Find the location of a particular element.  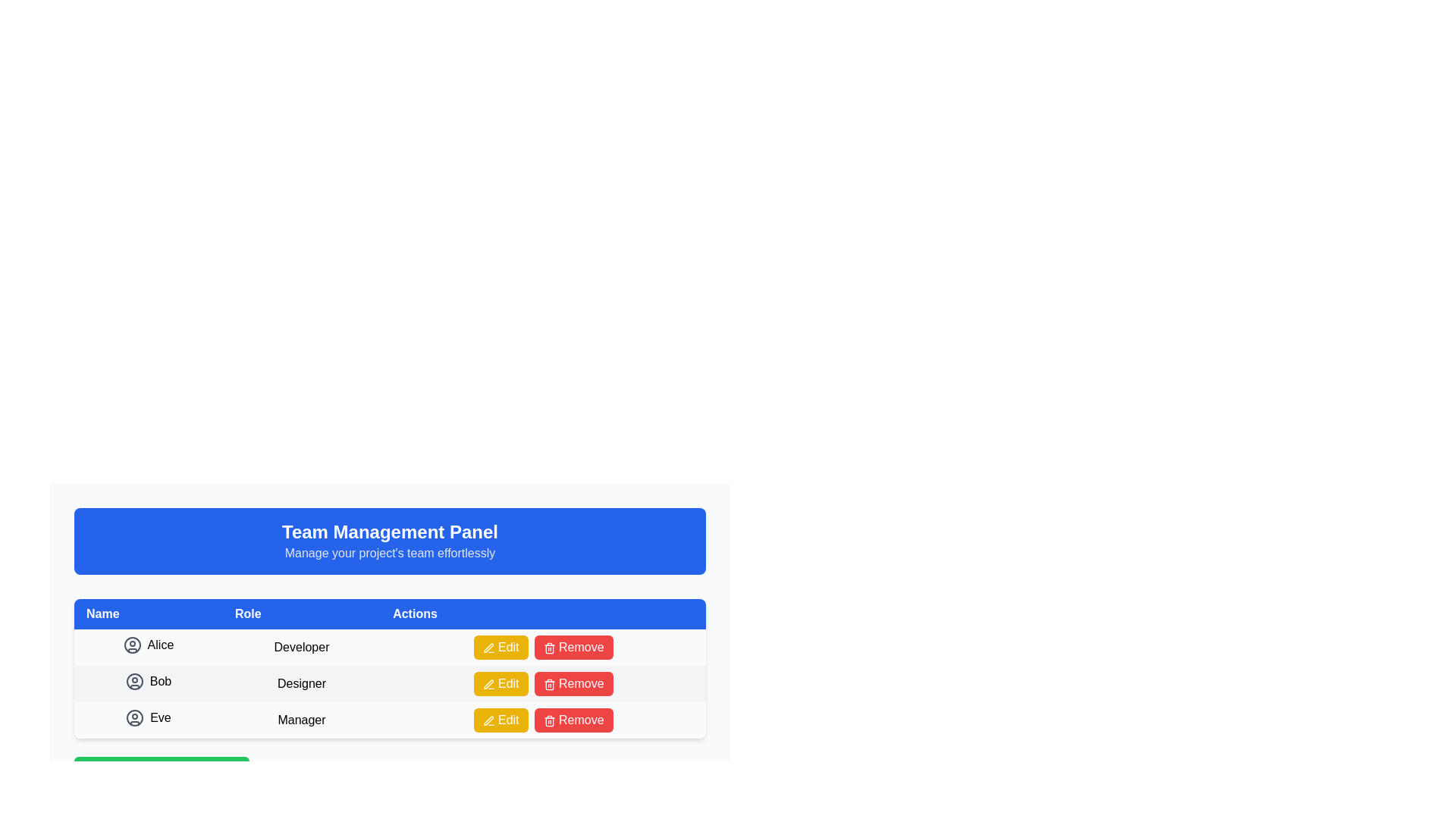

the broader SVG icon associated with the name 'Bob', which features a circular outline with a 20-pixel diameter located at the top-left portion of the second row in a role-management table is located at coordinates (134, 680).